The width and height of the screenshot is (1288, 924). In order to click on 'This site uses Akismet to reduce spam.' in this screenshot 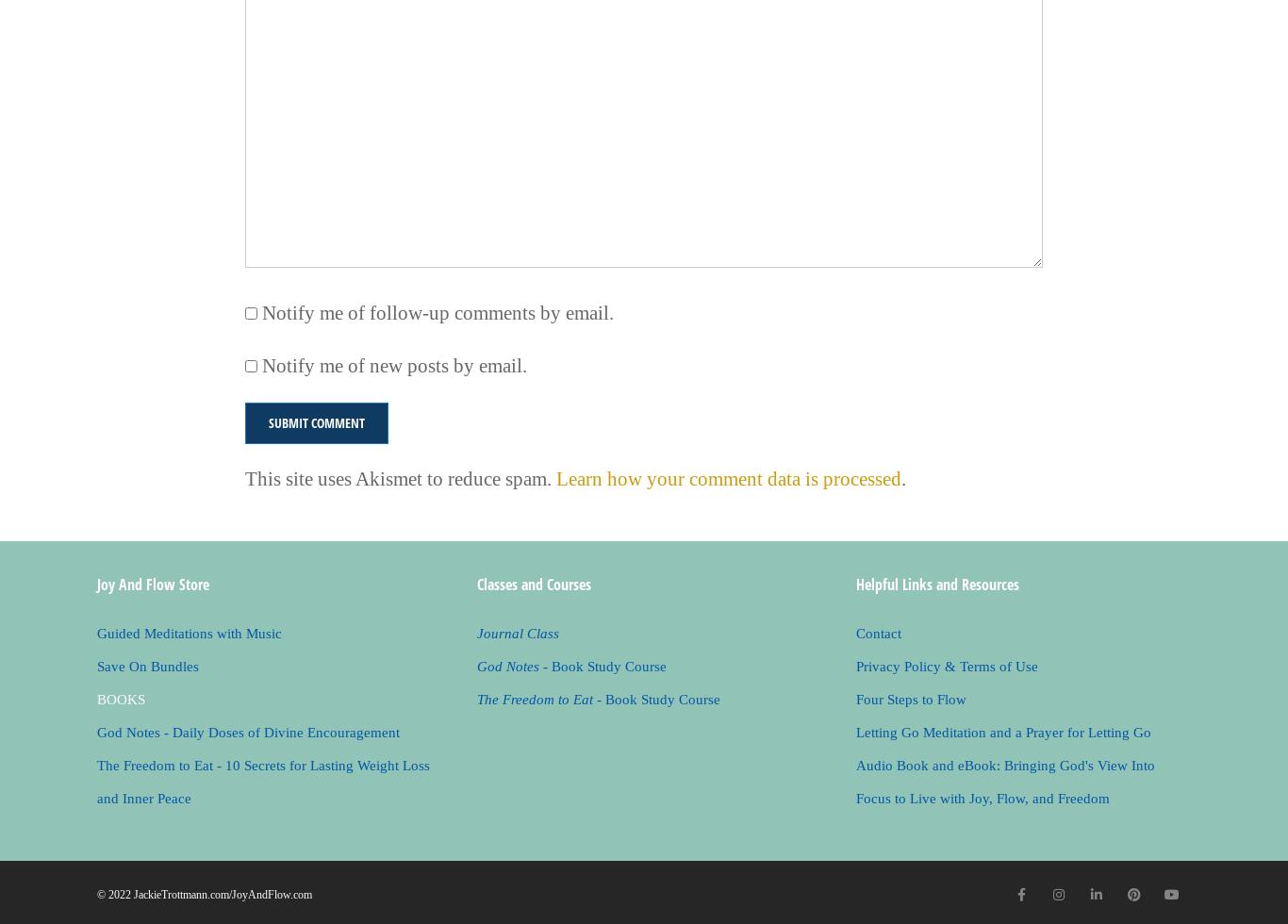, I will do `click(399, 478)`.